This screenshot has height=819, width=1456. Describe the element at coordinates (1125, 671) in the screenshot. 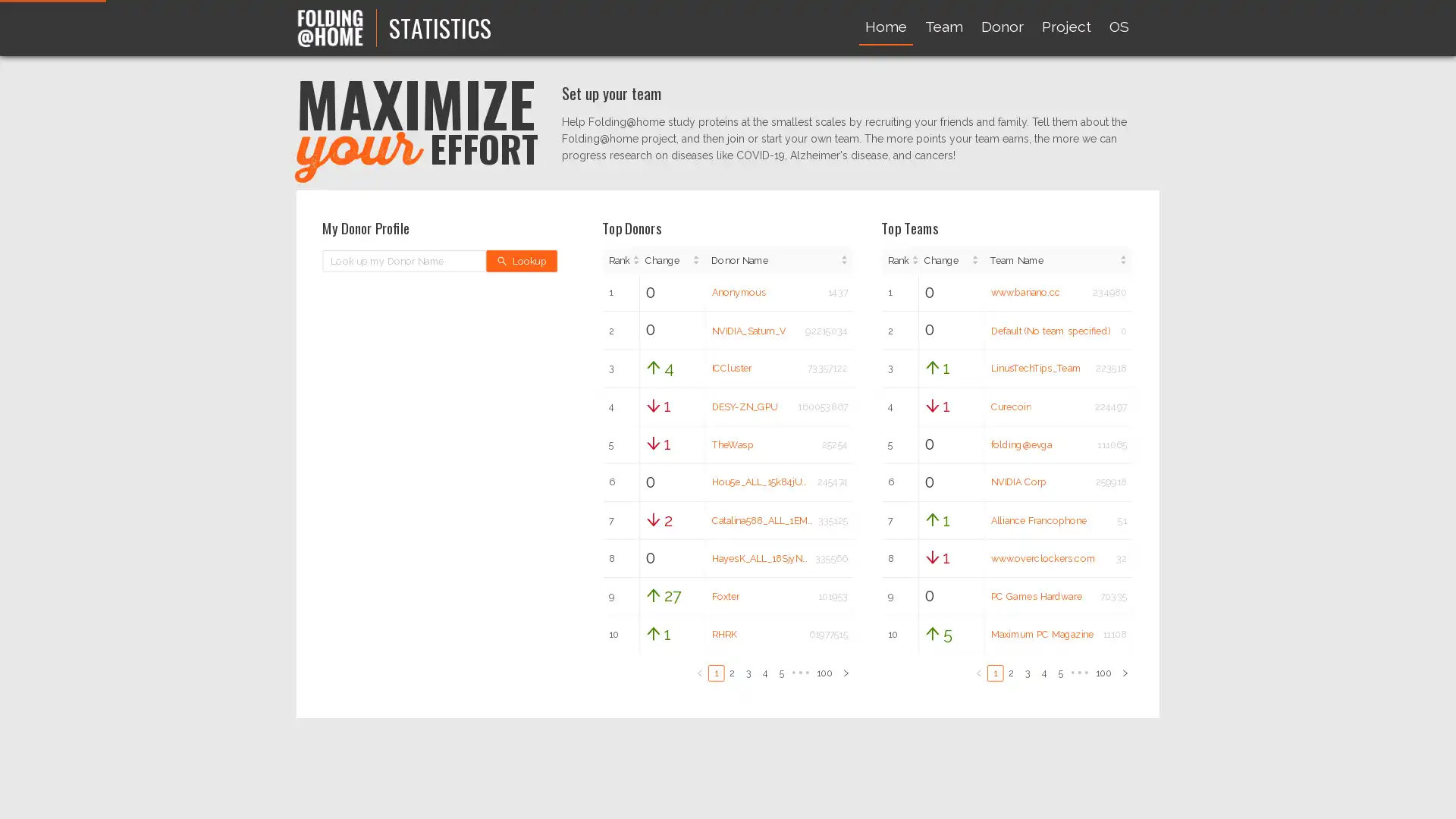

I see `right` at that location.